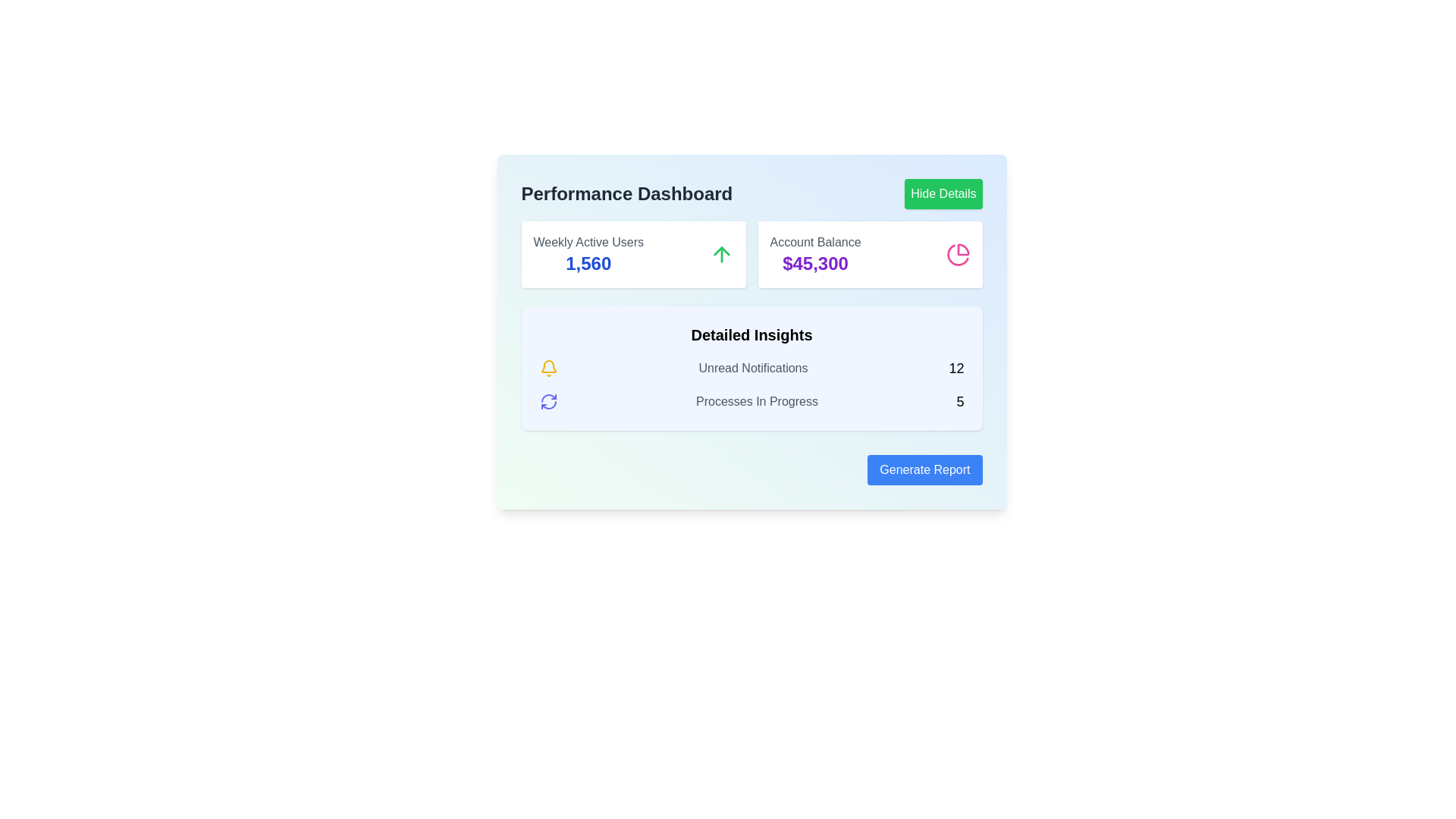 Image resolution: width=1456 pixels, height=819 pixels. Describe the element at coordinates (752, 384) in the screenshot. I see `information displayed in the Informational Panel, which shows 'Unread Notifications' with the number '12' and 'Processes In Progress' with the number '5'` at that location.